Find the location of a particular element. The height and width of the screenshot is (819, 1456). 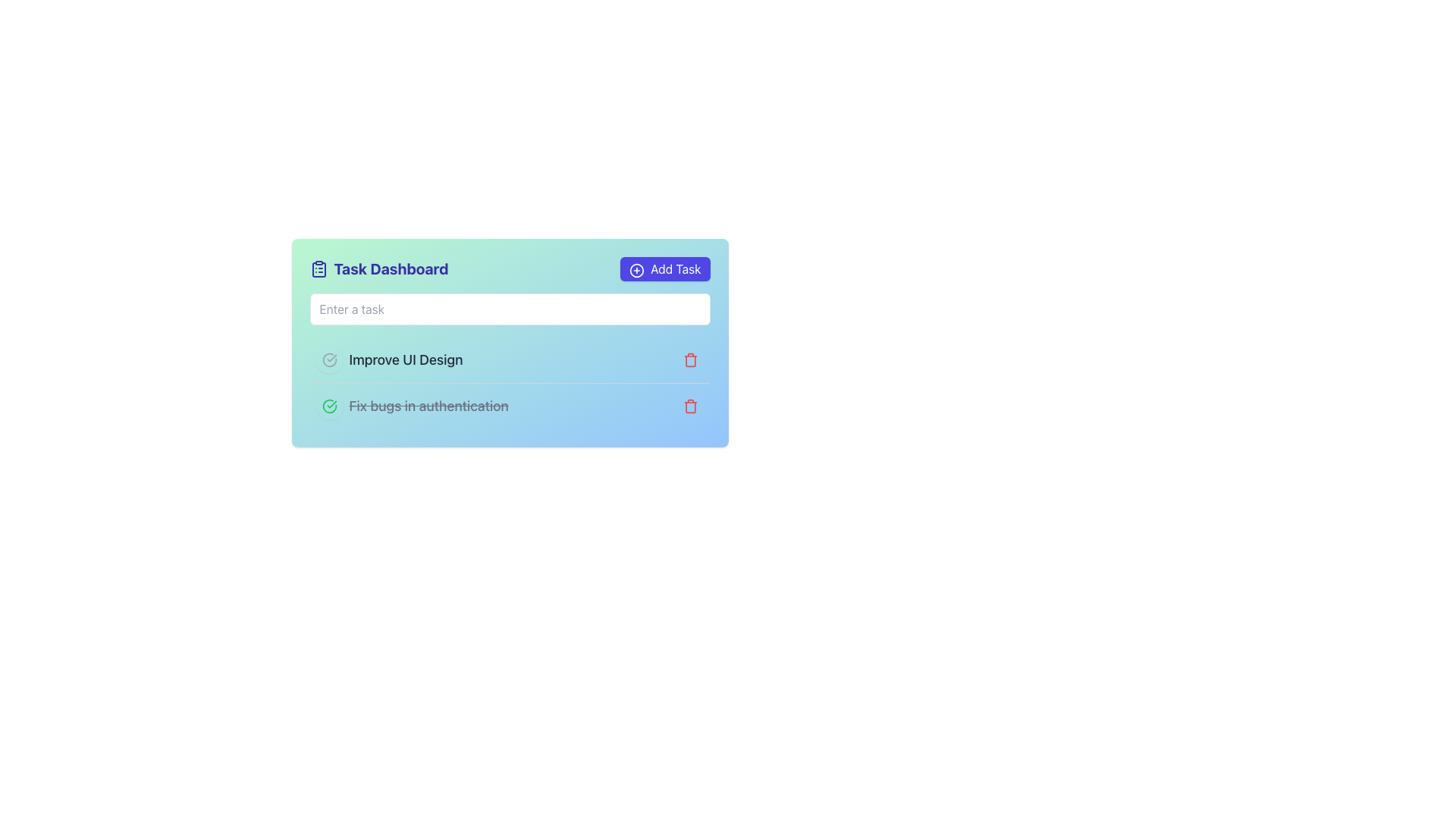

the interactive circular icon with a vibrant green border and a hollow center that contains a green checkmark, located to the left of the text 'Fix bugs in authentication' to mark the task as done or undone is located at coordinates (328, 406).